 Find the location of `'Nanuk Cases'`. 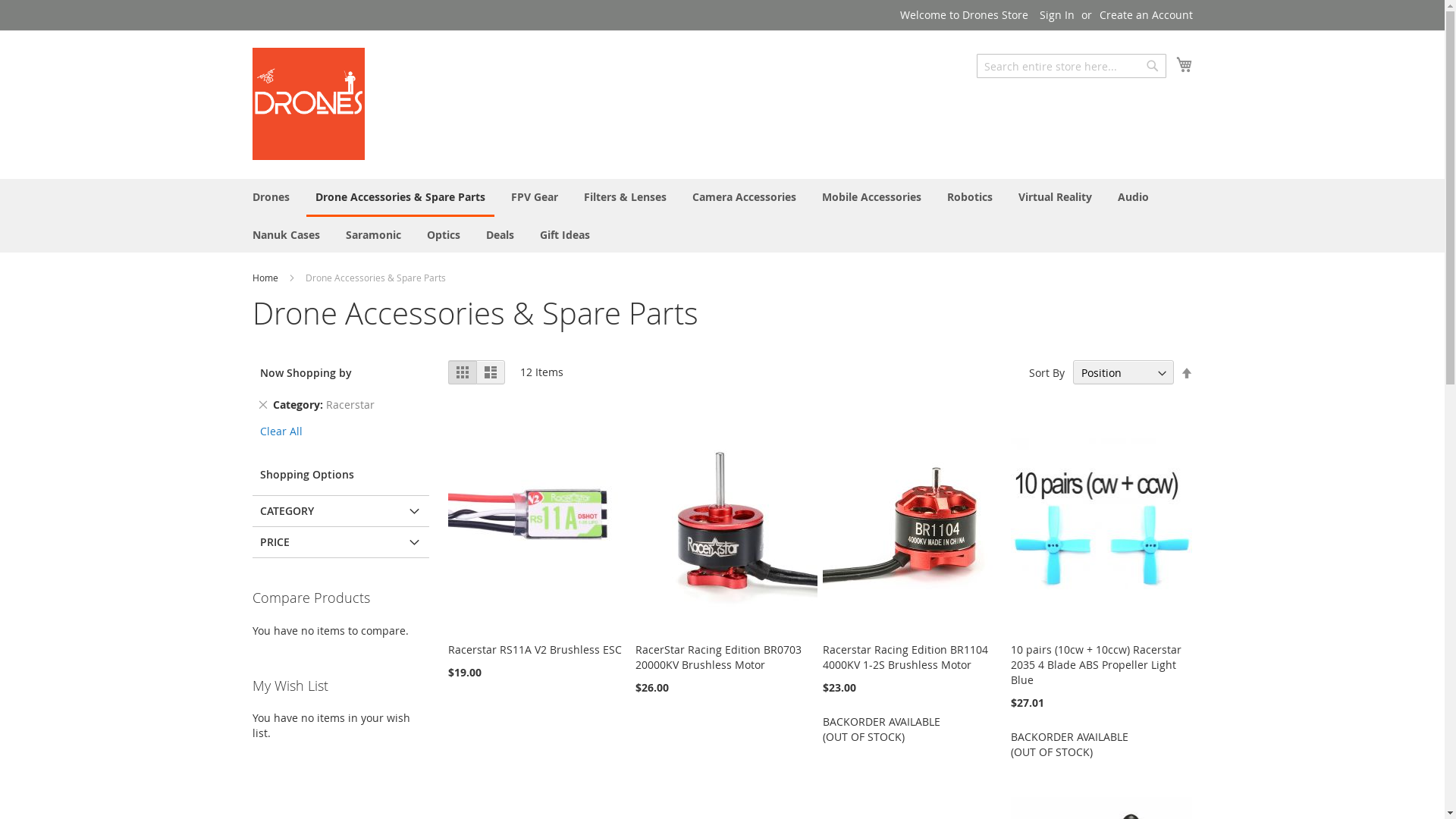

'Nanuk Cases' is located at coordinates (285, 234).